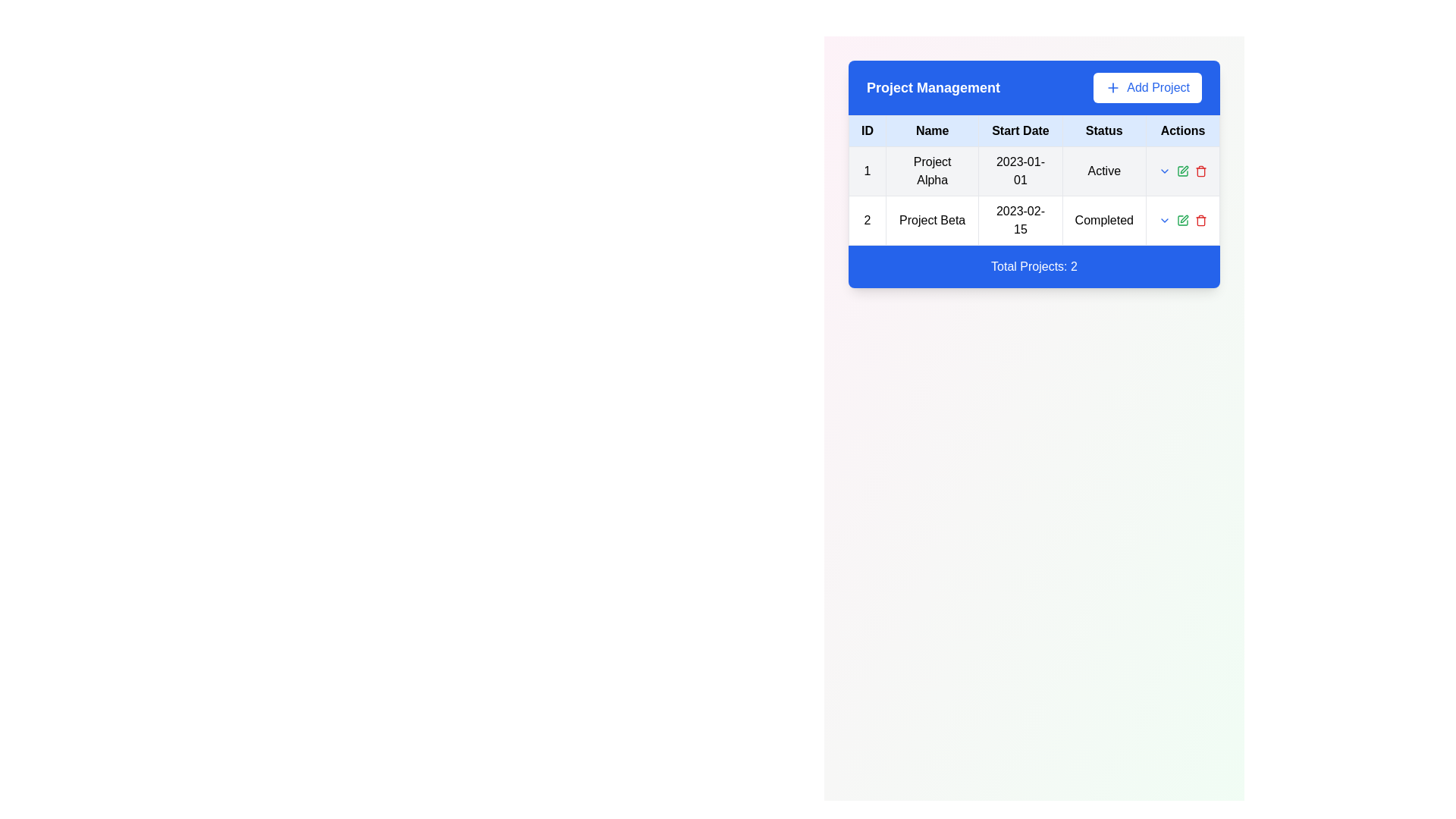  What do you see at coordinates (867, 171) in the screenshot?
I see `the first entry in the table under the 'ID' column, which is identified as the first cell in the first row of the table` at bounding box center [867, 171].